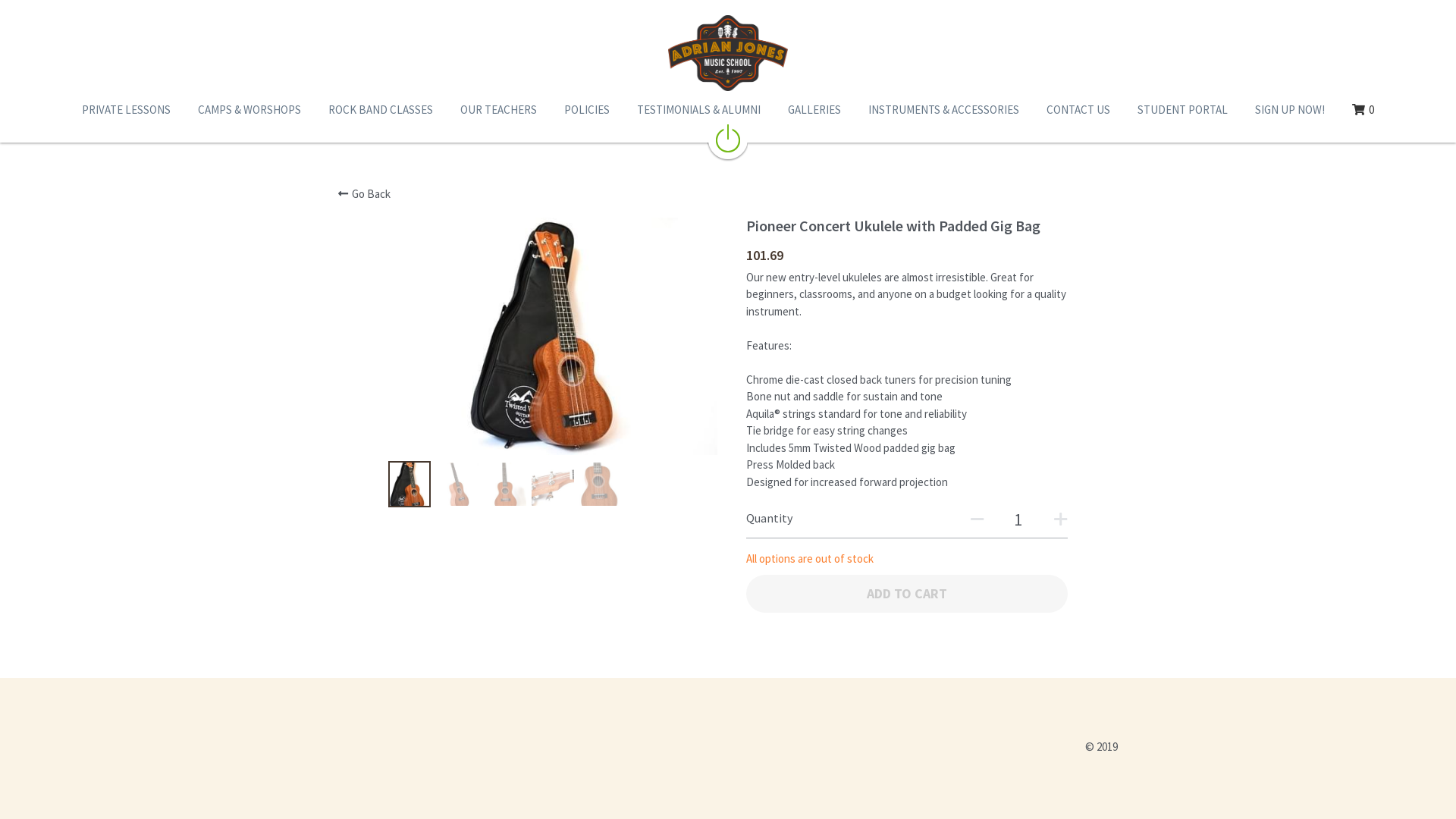 Image resolution: width=1456 pixels, height=819 pixels. Describe the element at coordinates (563, 109) in the screenshot. I see `'POLICIES'` at that location.